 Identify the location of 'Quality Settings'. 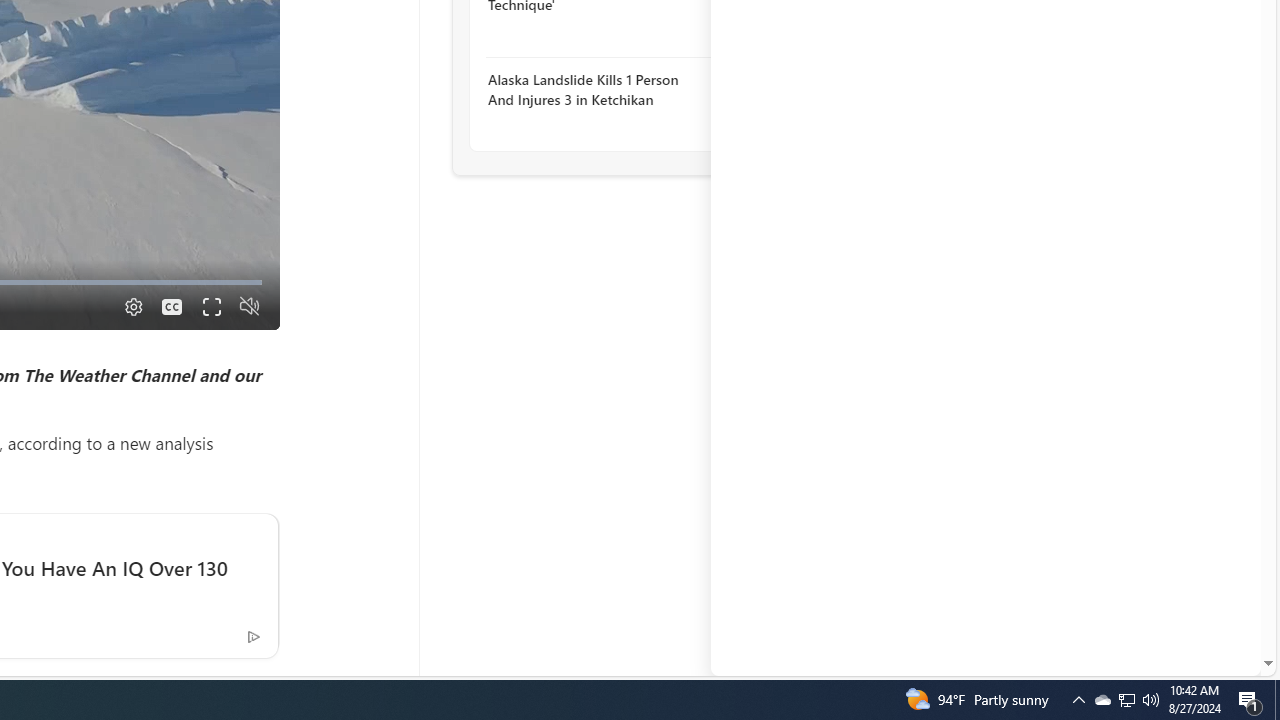
(130, 306).